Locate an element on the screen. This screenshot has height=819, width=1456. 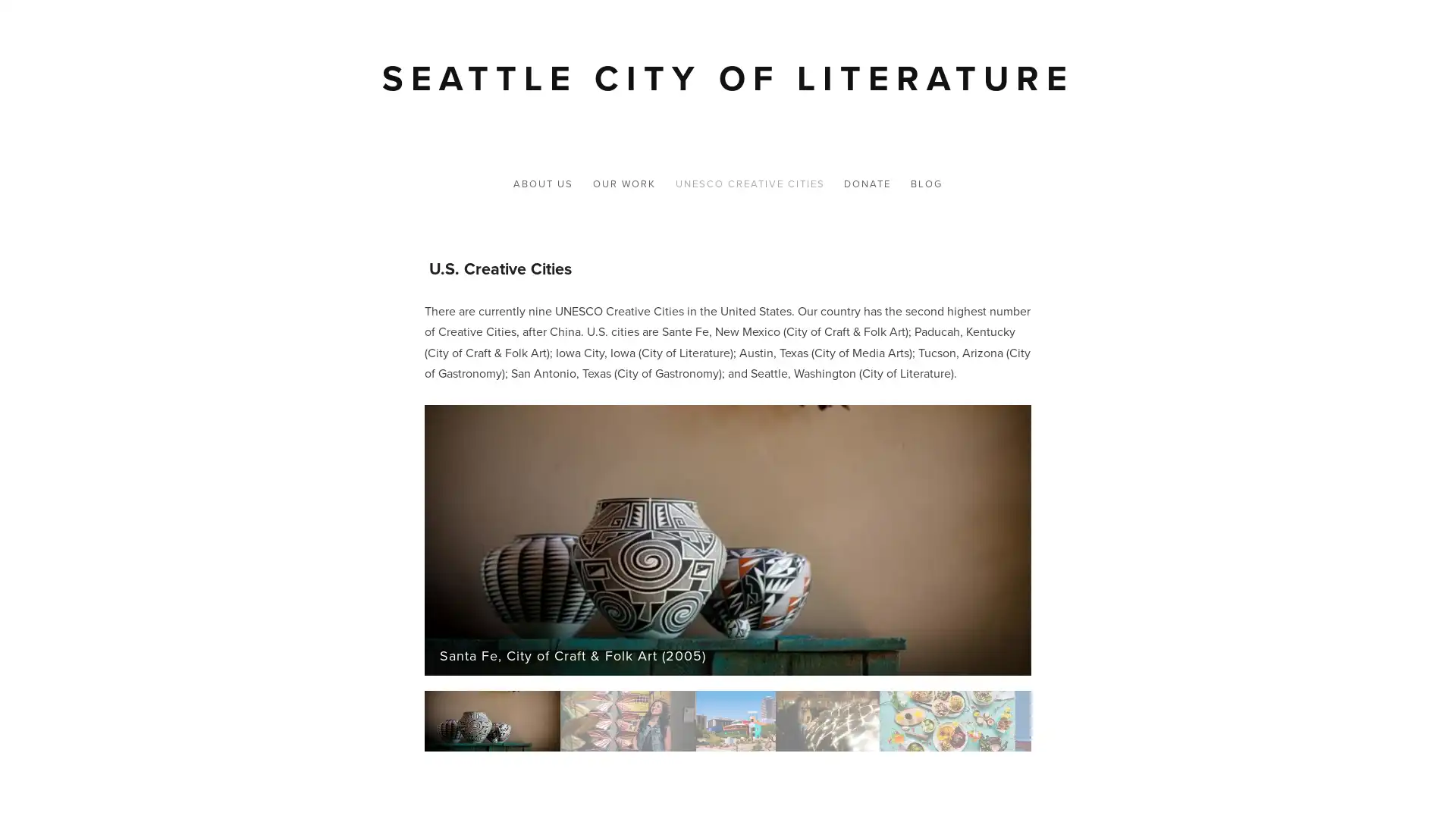
Slide 4 is located at coordinates (818, 720).